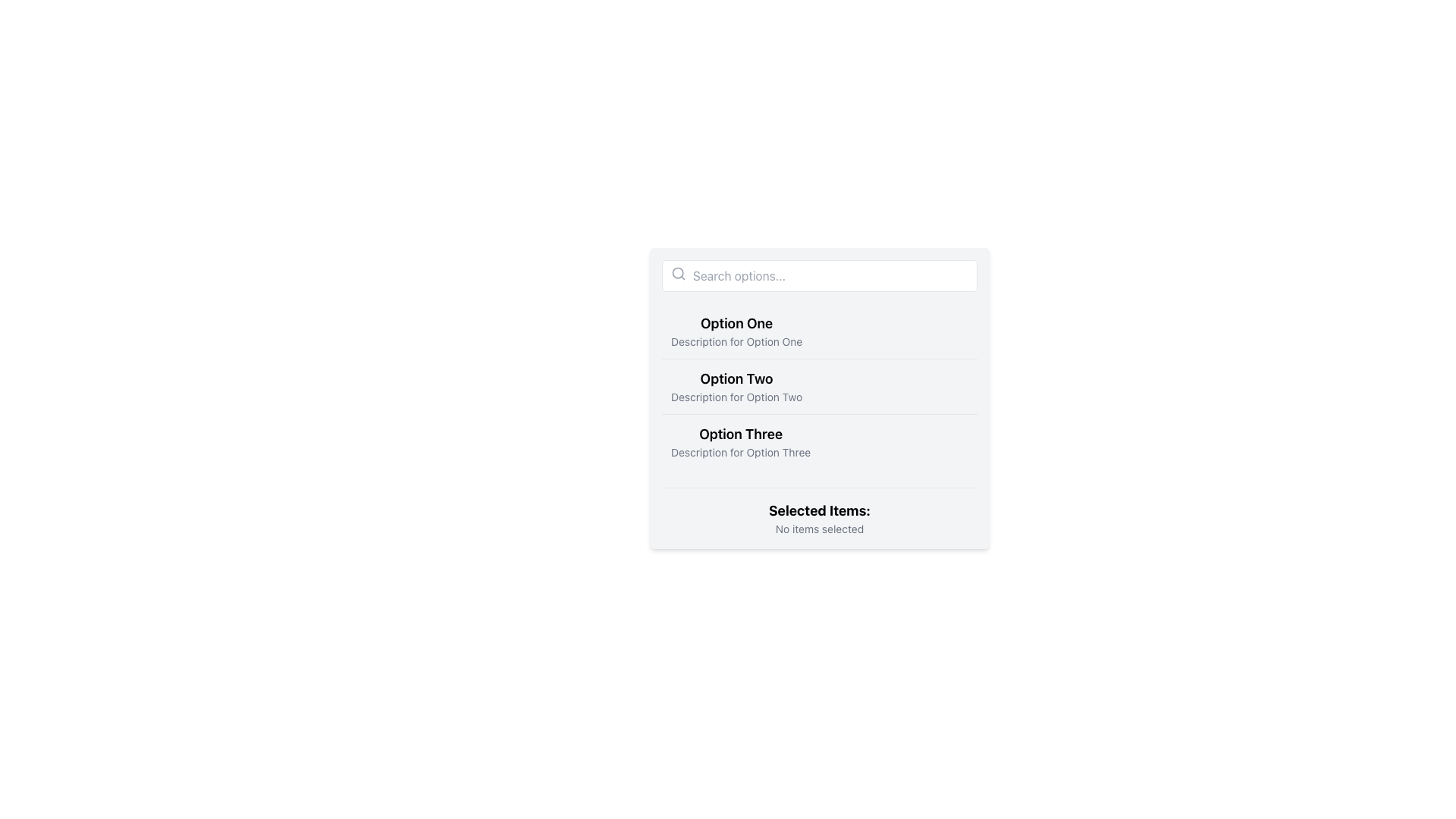  Describe the element at coordinates (677, 274) in the screenshot. I see `the gray magnifying glass icon located at the top-left corner of the search bar to initiate the search` at that location.